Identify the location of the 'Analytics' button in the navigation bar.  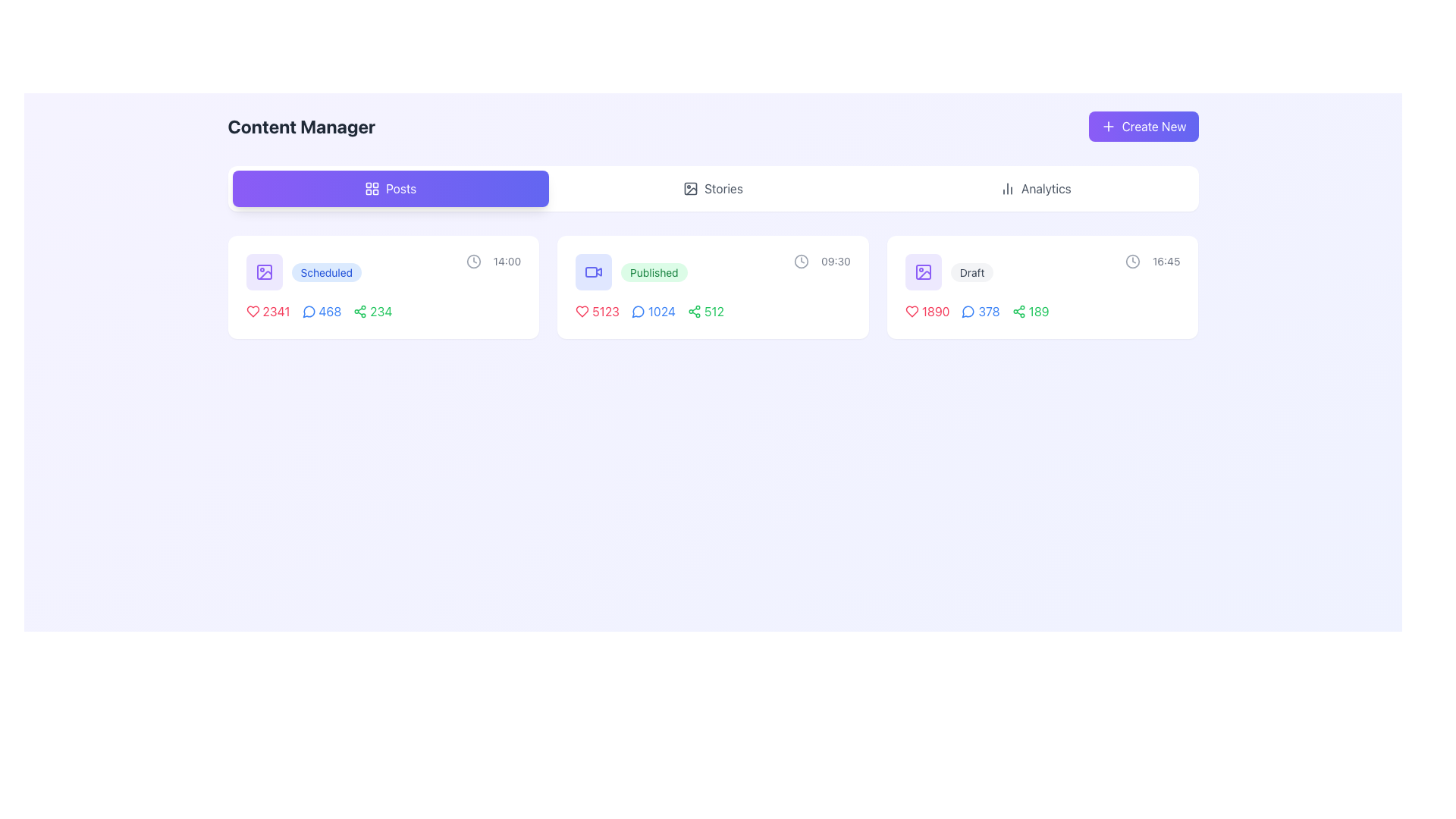
(1034, 188).